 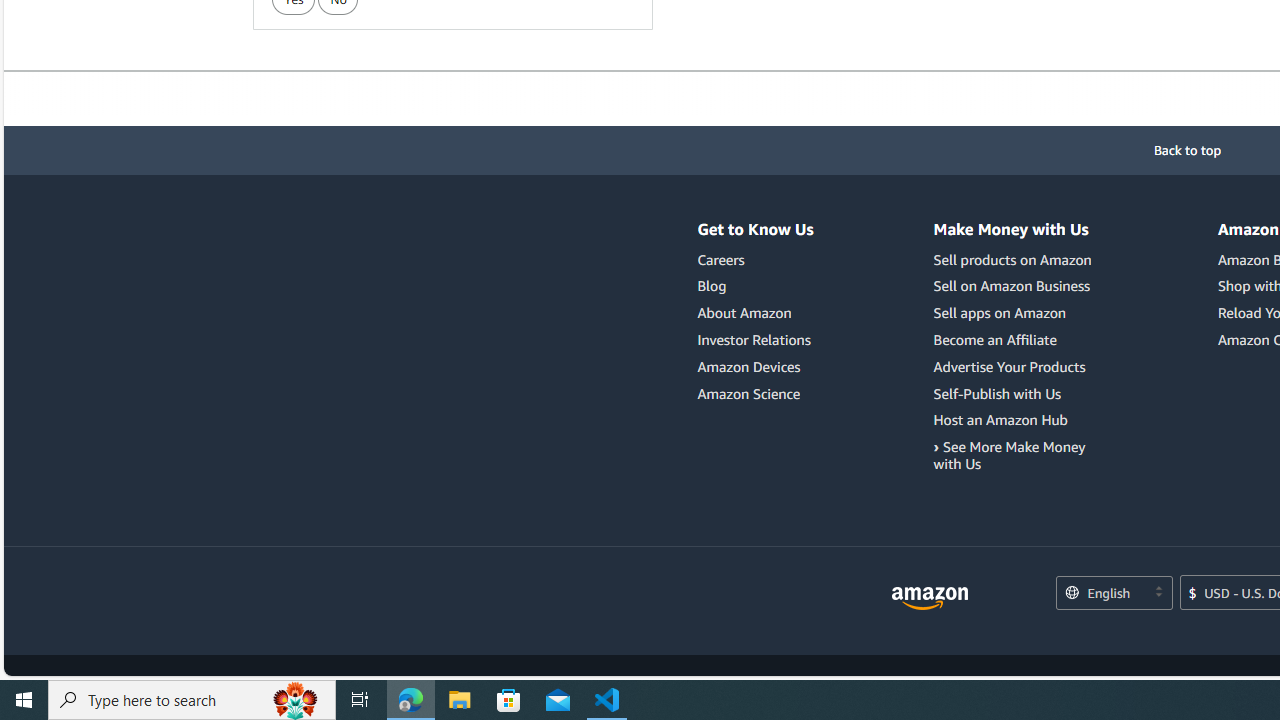 What do you see at coordinates (748, 393) in the screenshot?
I see `'Amazon Science'` at bounding box center [748, 393].